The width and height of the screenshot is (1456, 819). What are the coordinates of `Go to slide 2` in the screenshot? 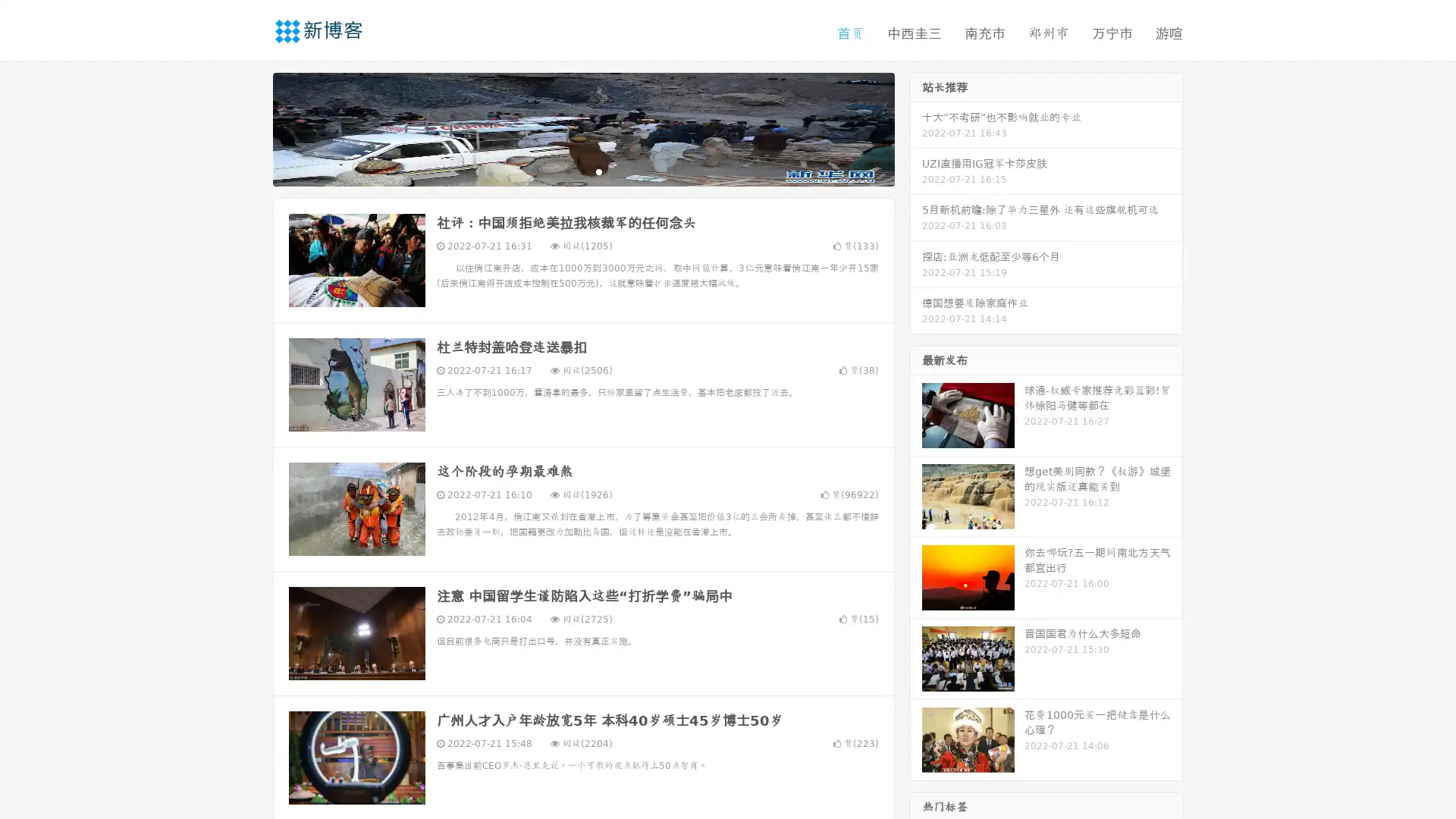 It's located at (582, 171).